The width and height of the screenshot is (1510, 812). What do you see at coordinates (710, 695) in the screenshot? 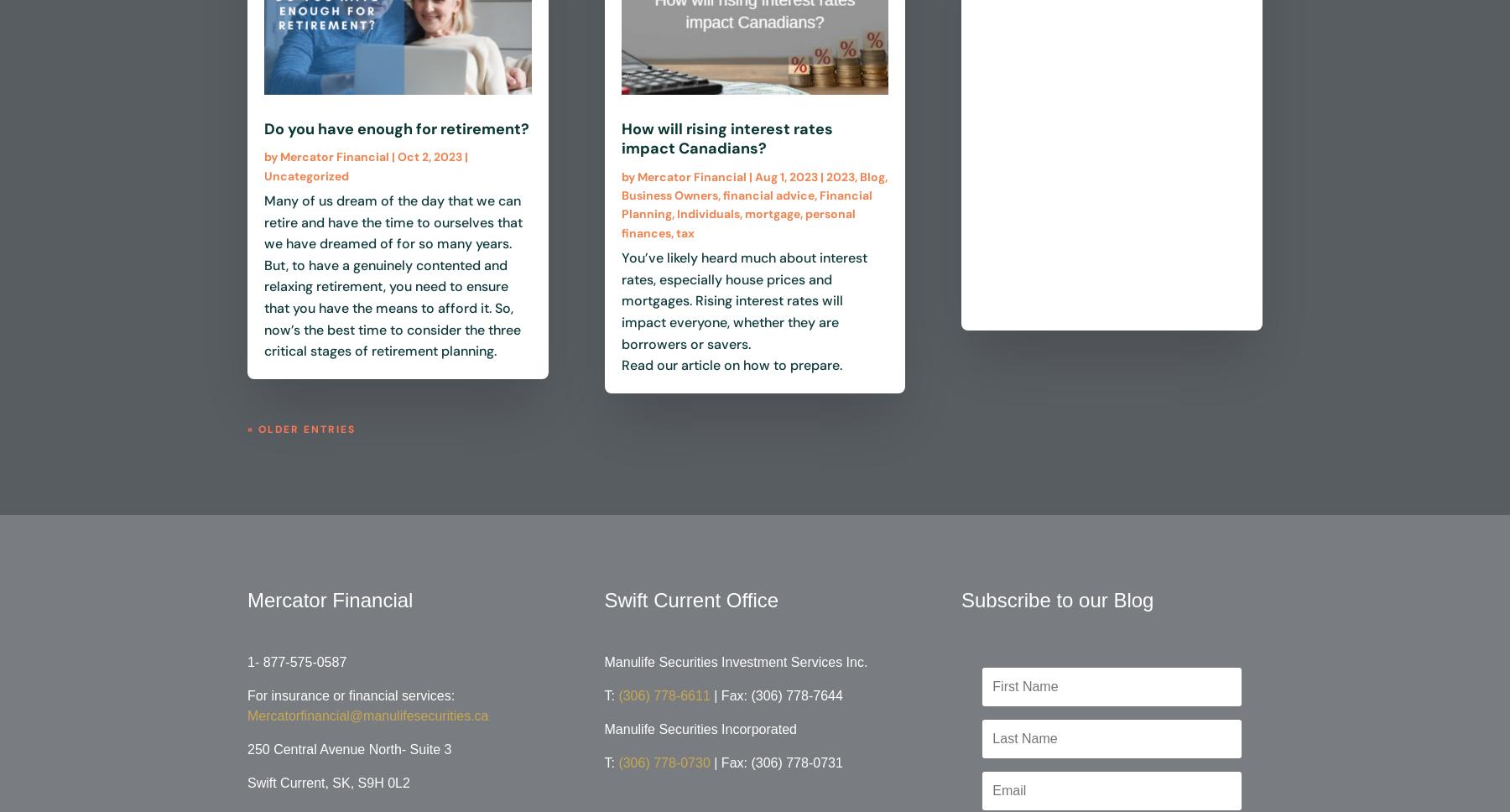
I see `'| Fax: (306) 778-7644'` at bounding box center [710, 695].